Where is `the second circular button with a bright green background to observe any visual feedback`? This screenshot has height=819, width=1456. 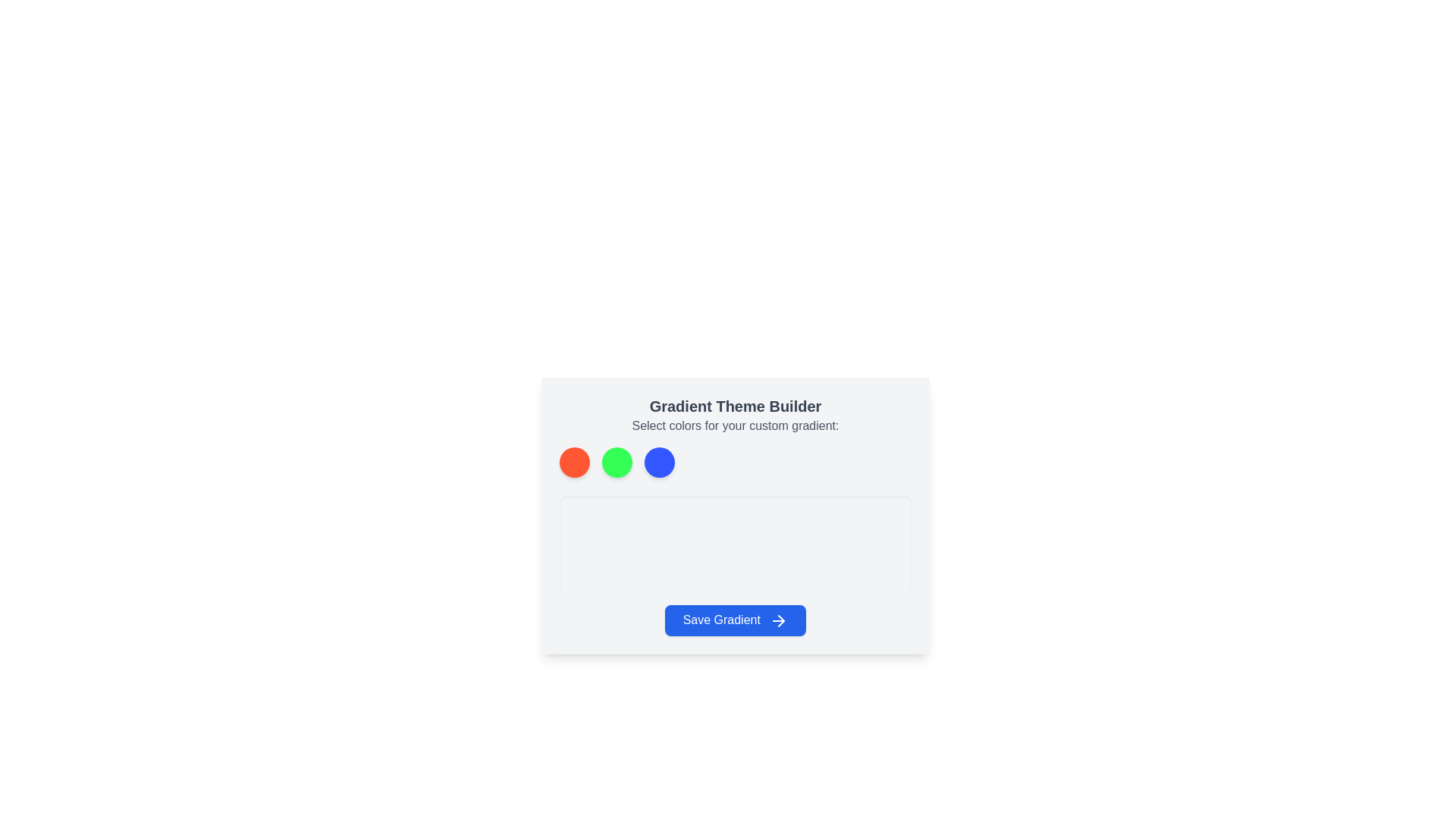 the second circular button with a bright green background to observe any visual feedback is located at coordinates (617, 461).